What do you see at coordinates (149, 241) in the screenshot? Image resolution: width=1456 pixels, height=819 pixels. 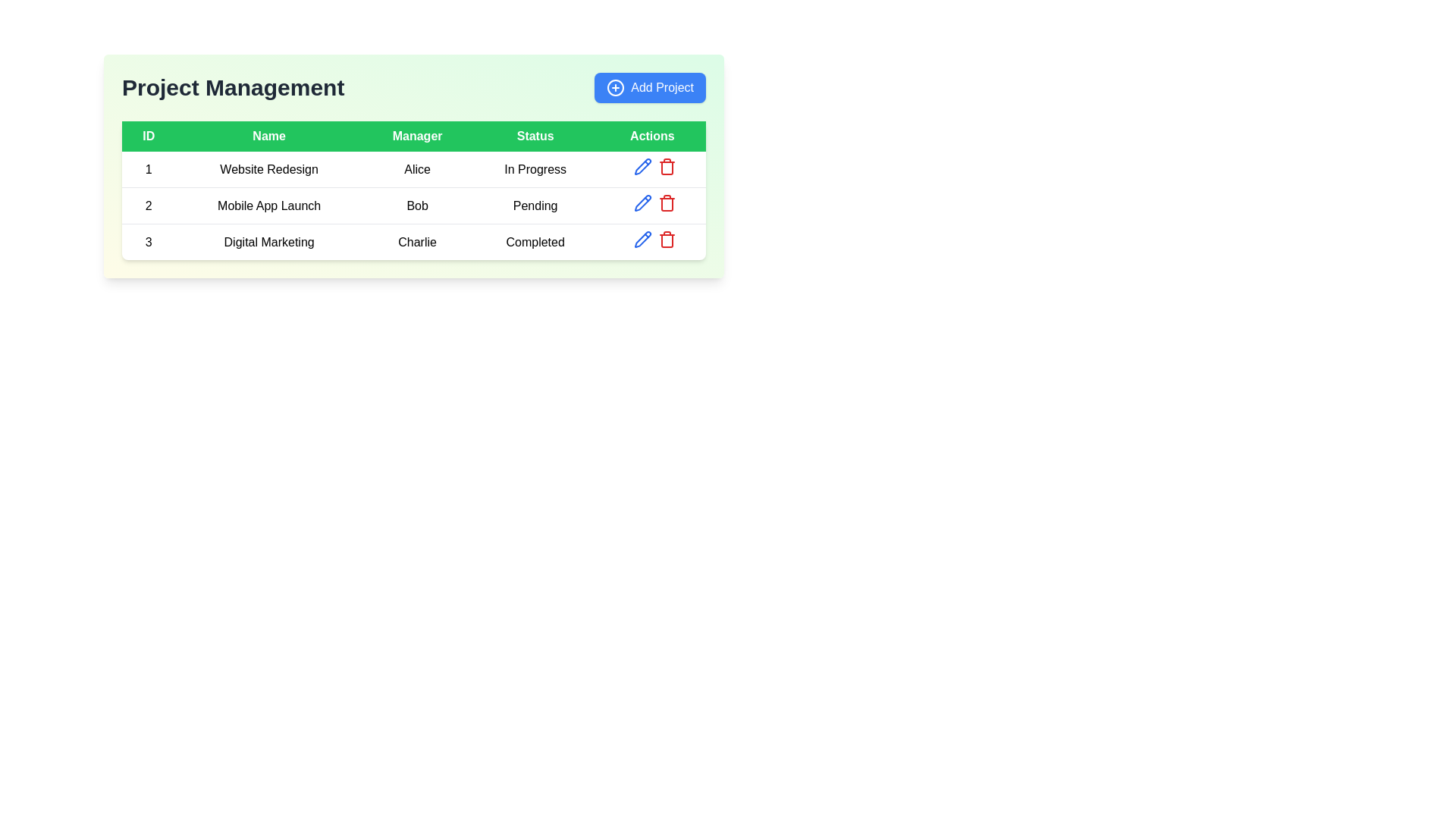 I see `value displayed in the Text Label indicating the unique identifier or serial number of the project entry, which is located under the 'ID' column in the project data table` at bounding box center [149, 241].